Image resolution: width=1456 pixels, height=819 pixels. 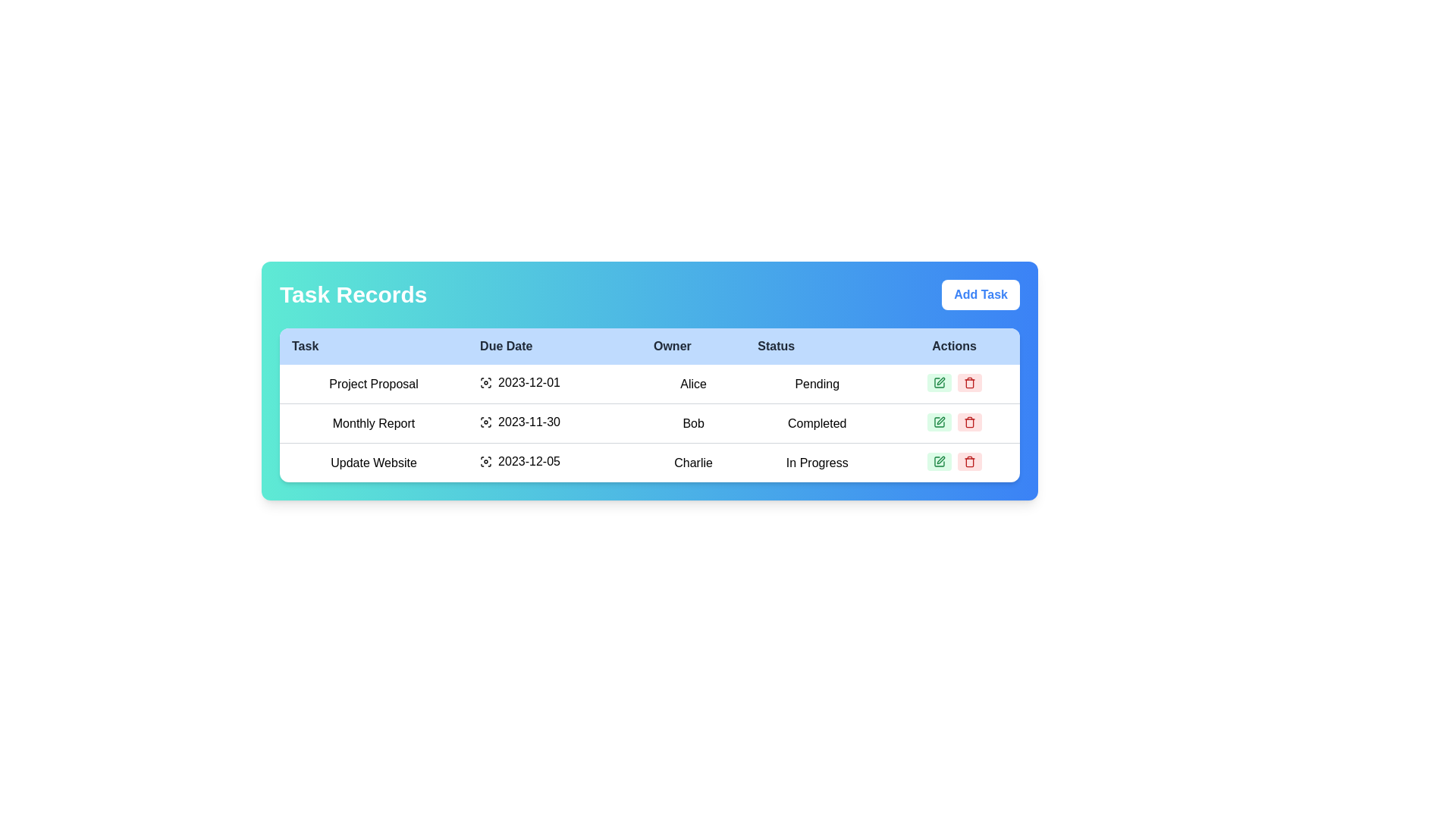 I want to click on the green button with rounded corners and a pen icon in the 'Actions' column of the table row associated with 'Bob' and the task 'Monthly Report', so click(x=938, y=422).